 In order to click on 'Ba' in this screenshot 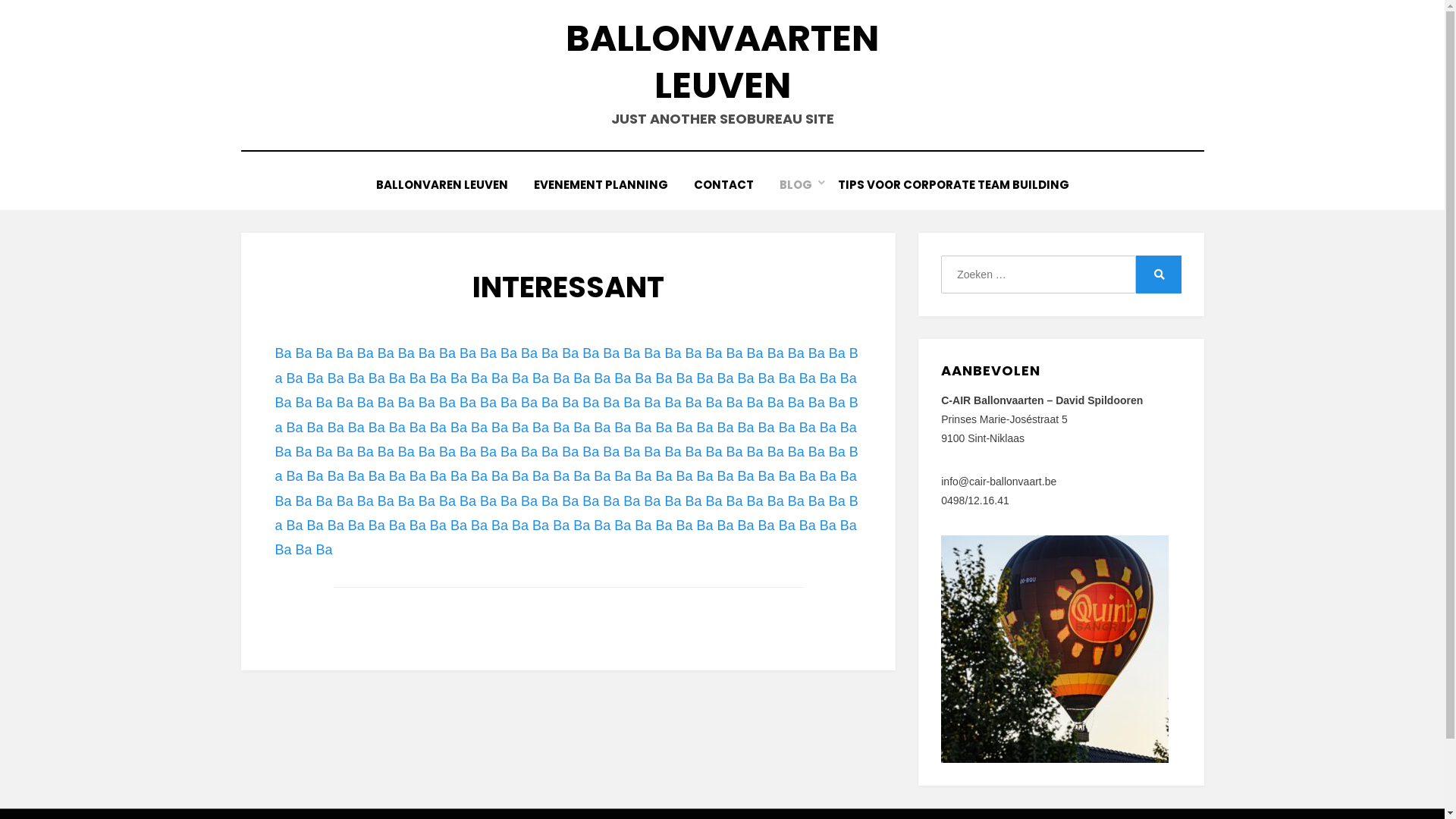, I will do `click(447, 451)`.